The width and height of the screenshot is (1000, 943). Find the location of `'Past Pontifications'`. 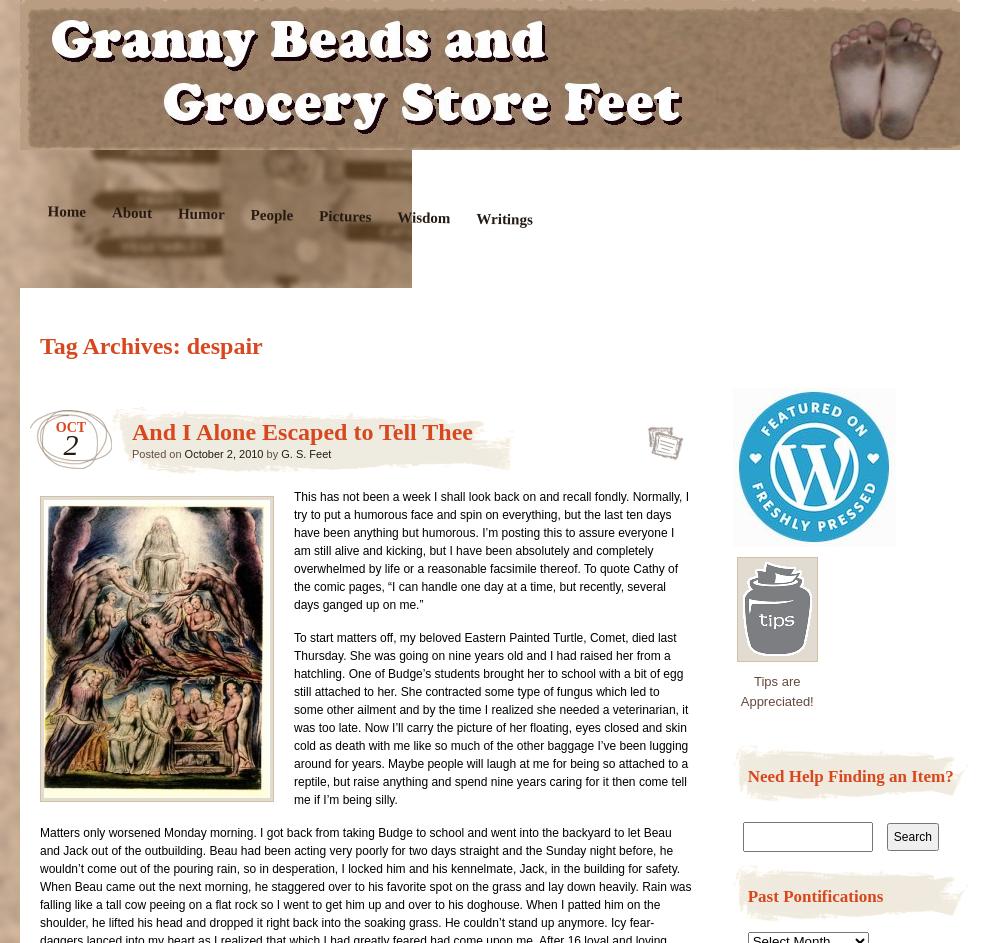

'Past Pontifications' is located at coordinates (814, 895).